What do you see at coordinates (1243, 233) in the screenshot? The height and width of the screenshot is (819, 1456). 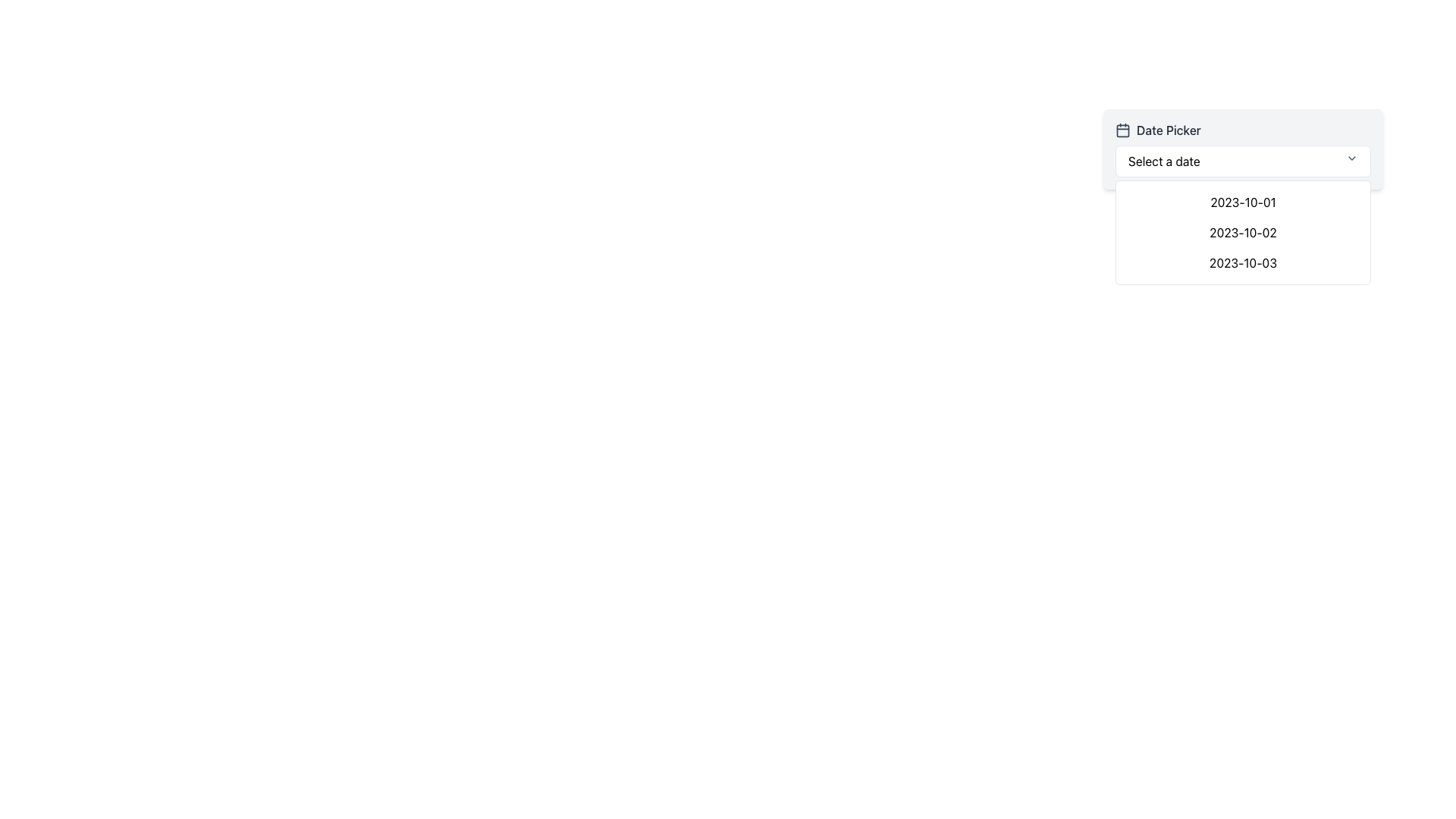 I see `the items in the dropdown menu located beneath the 'Date Picker' header and labeled 'Select a date'` at bounding box center [1243, 233].